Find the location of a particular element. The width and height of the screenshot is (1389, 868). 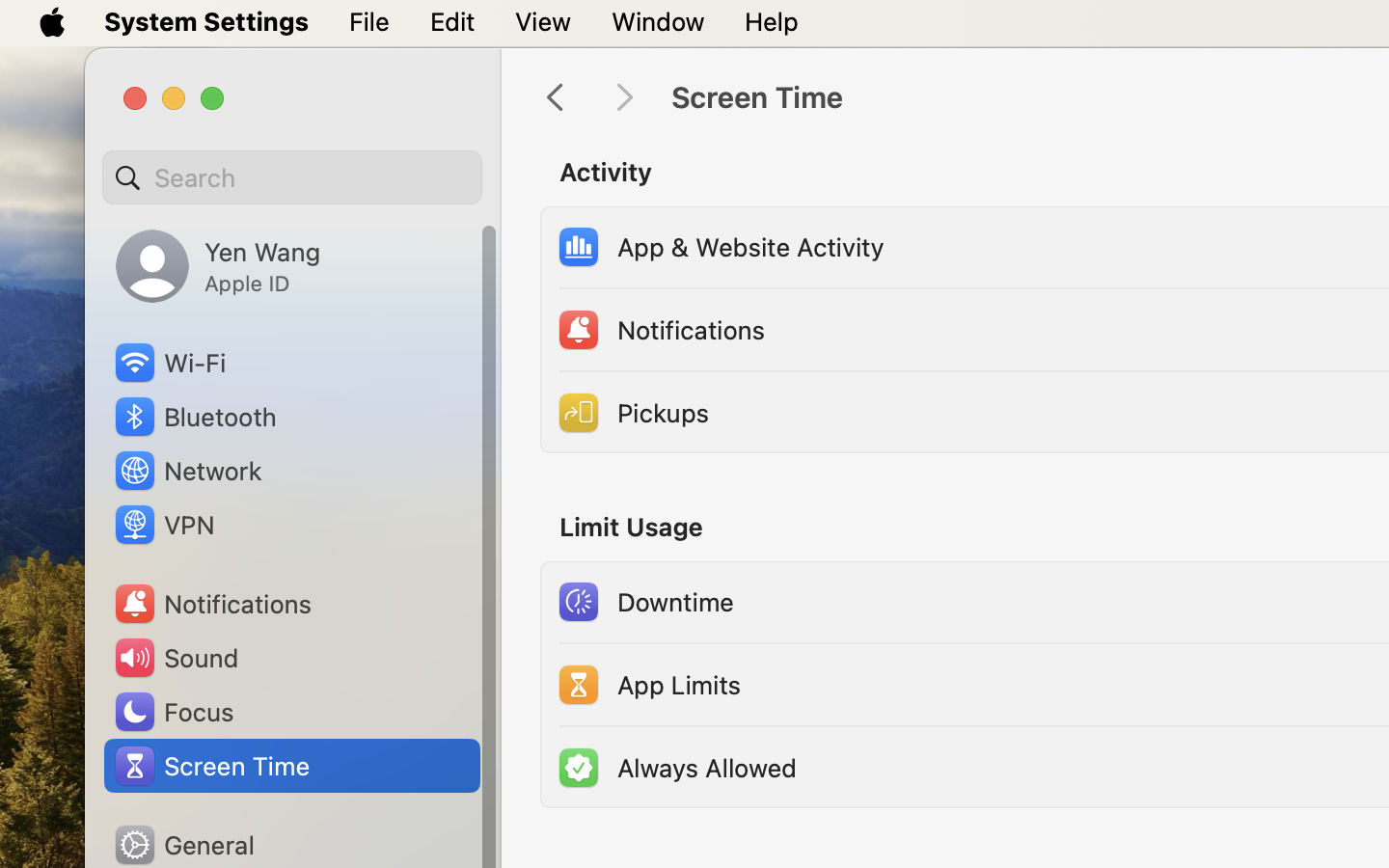

'Bluetooth' is located at coordinates (195, 417).